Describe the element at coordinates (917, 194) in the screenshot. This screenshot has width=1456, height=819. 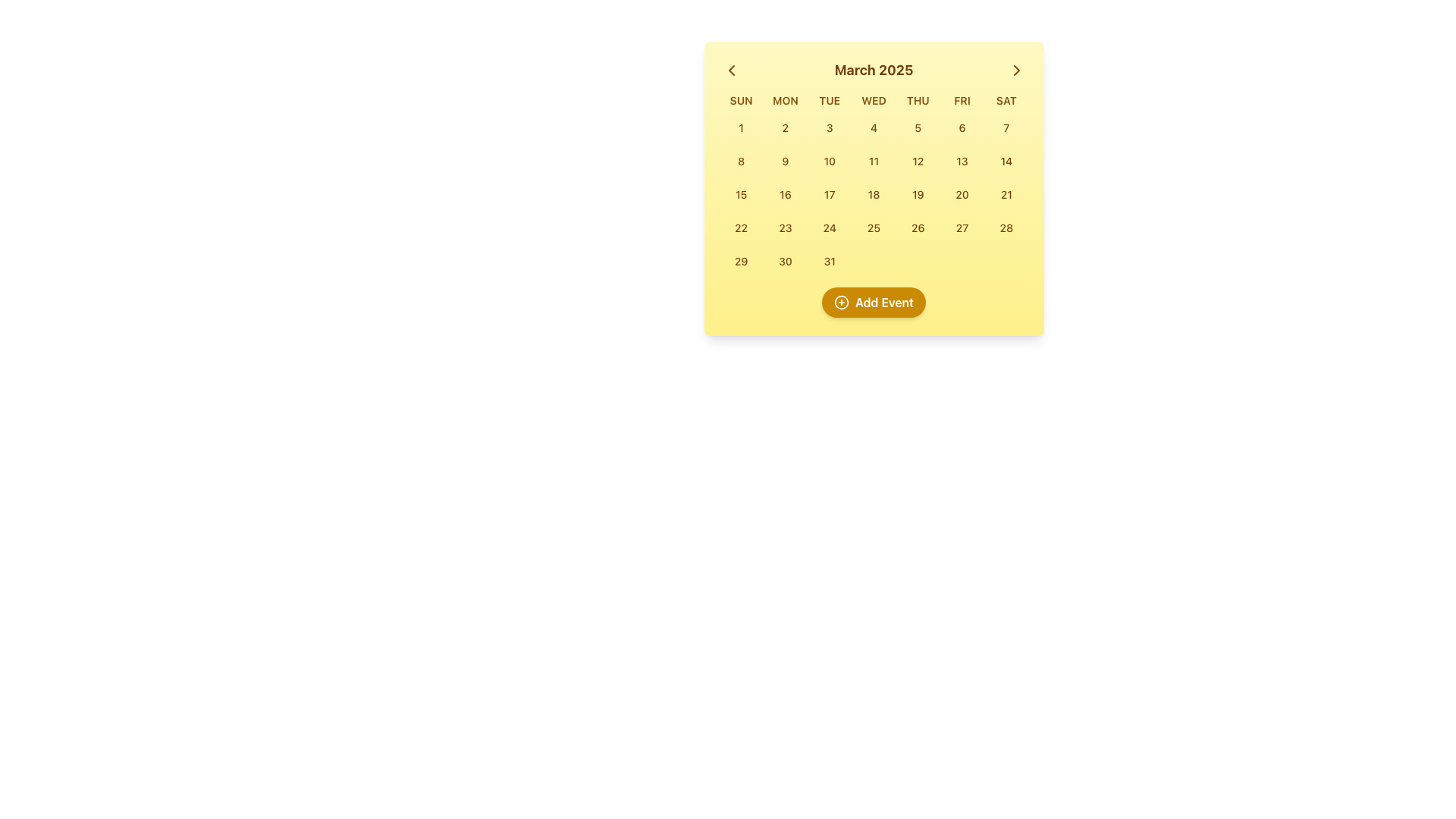
I see `the calendar date cell displaying the number '19', which is styled with a yellow background and rounded corners` at that location.